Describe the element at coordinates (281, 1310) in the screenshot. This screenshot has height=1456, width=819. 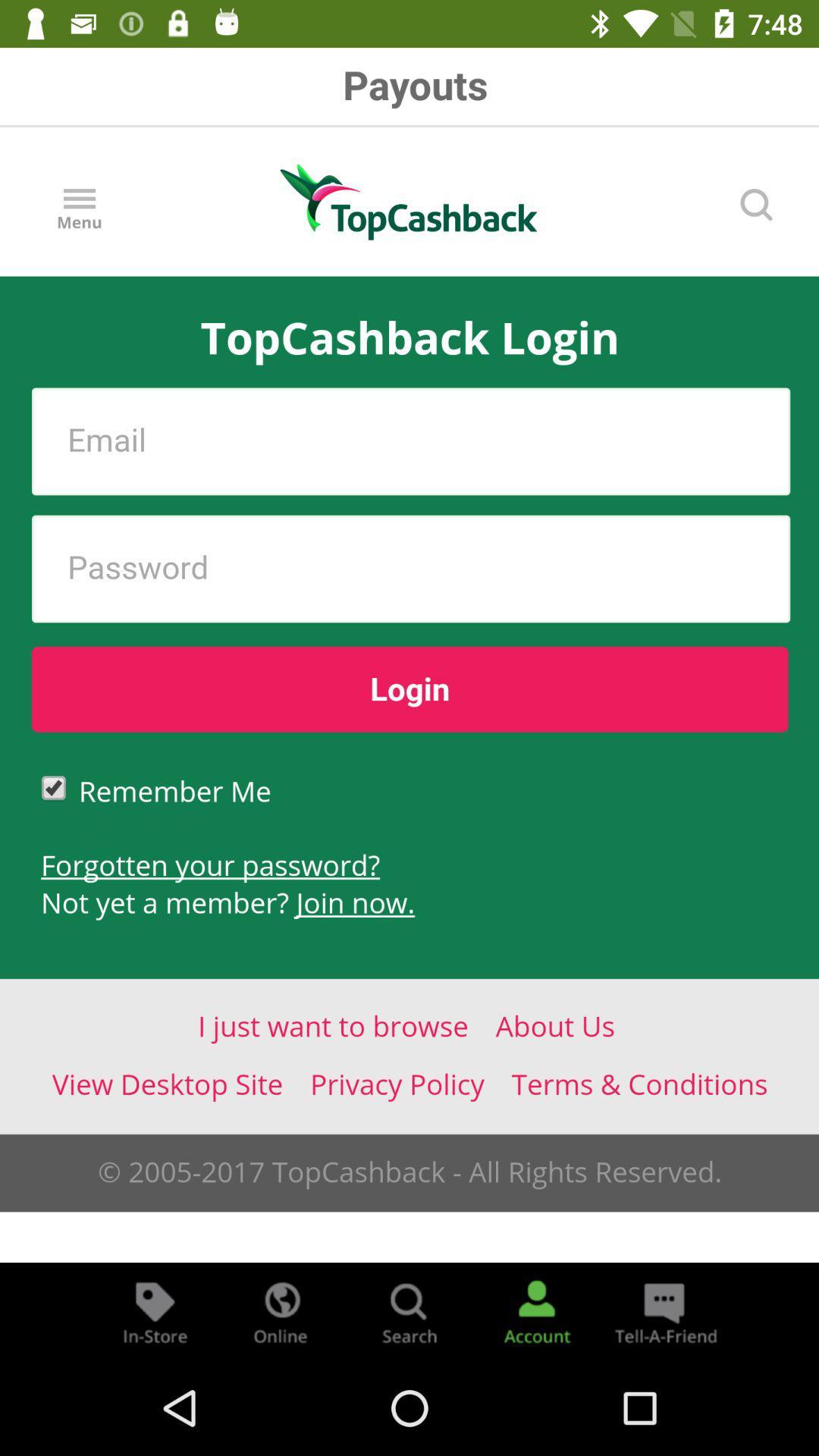
I see `pull up online store` at that location.